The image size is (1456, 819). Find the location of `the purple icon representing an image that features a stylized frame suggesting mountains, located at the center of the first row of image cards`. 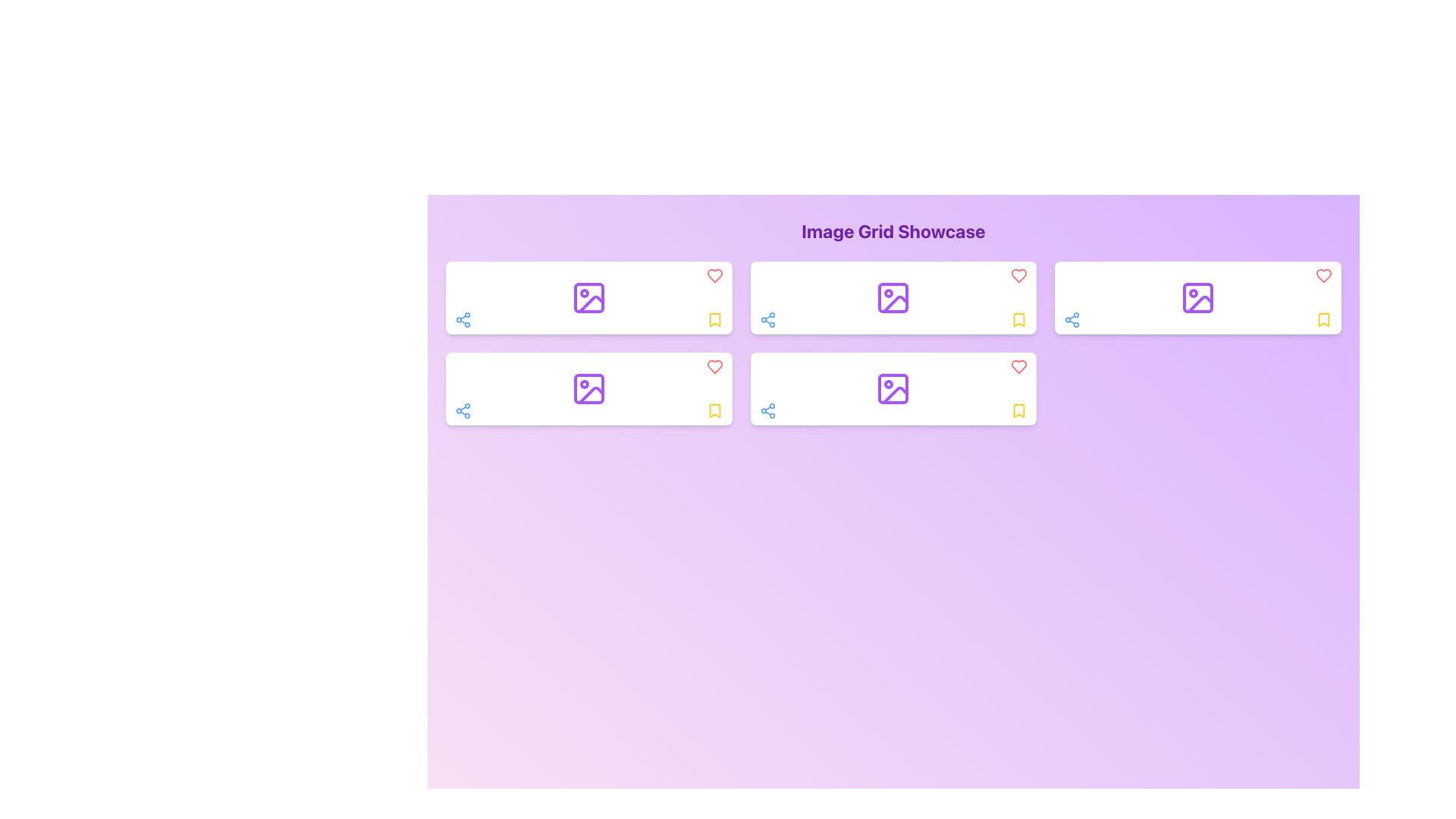

the purple icon representing an image that features a stylized frame suggesting mountains, located at the center of the first row of image cards is located at coordinates (588, 298).